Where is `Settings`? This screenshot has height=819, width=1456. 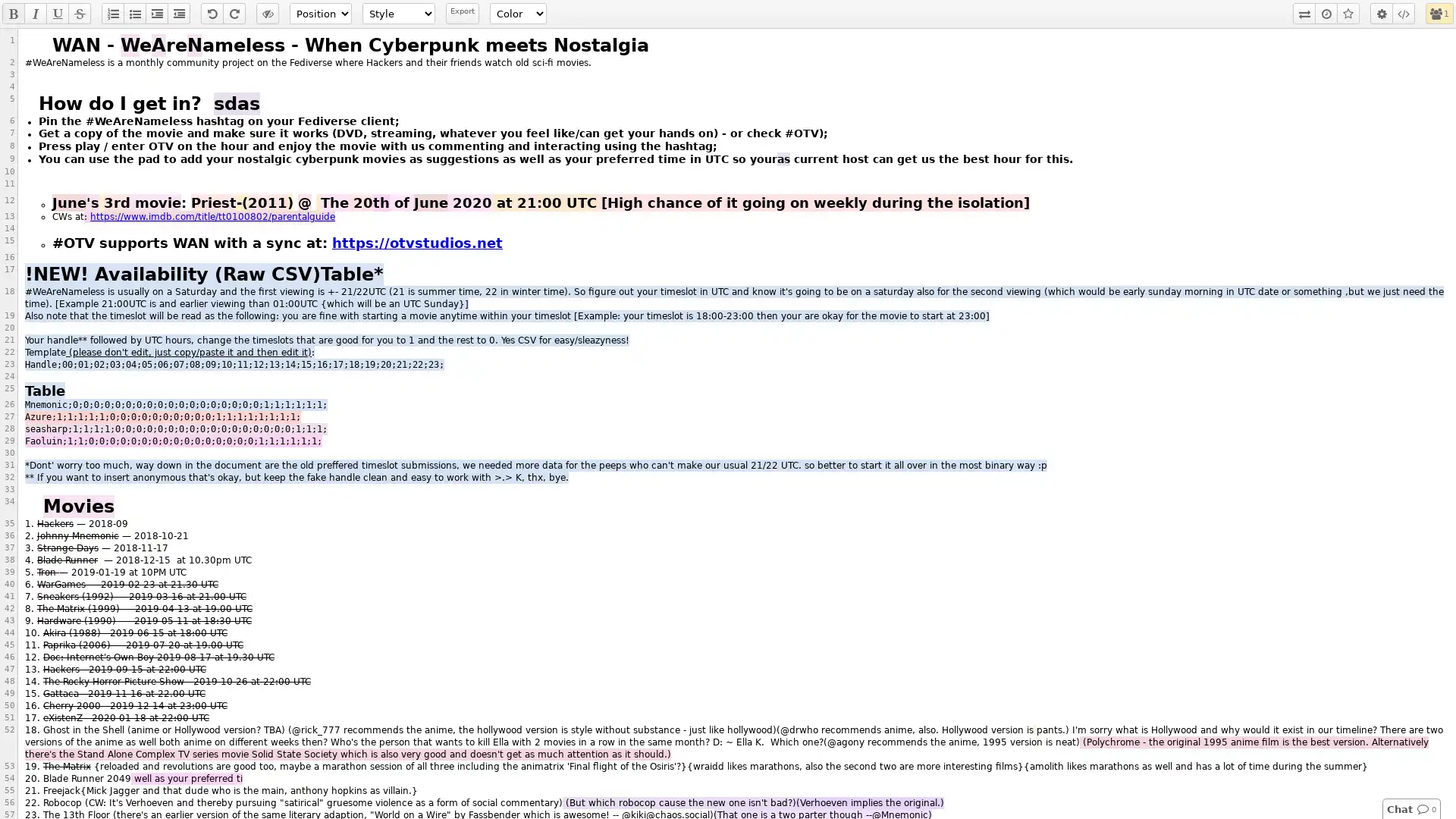
Settings is located at coordinates (1382, 14).